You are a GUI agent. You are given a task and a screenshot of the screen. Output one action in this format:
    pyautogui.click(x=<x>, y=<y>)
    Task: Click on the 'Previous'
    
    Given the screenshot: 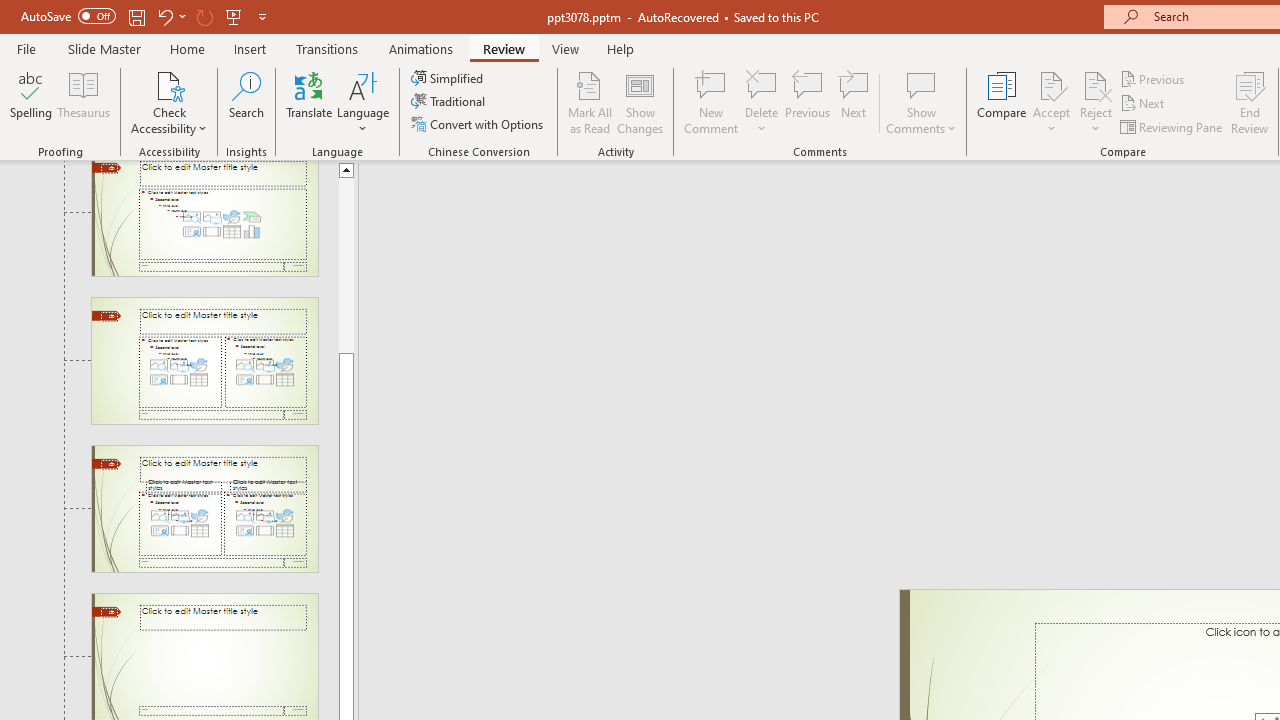 What is the action you would take?
    pyautogui.click(x=1153, y=78)
    